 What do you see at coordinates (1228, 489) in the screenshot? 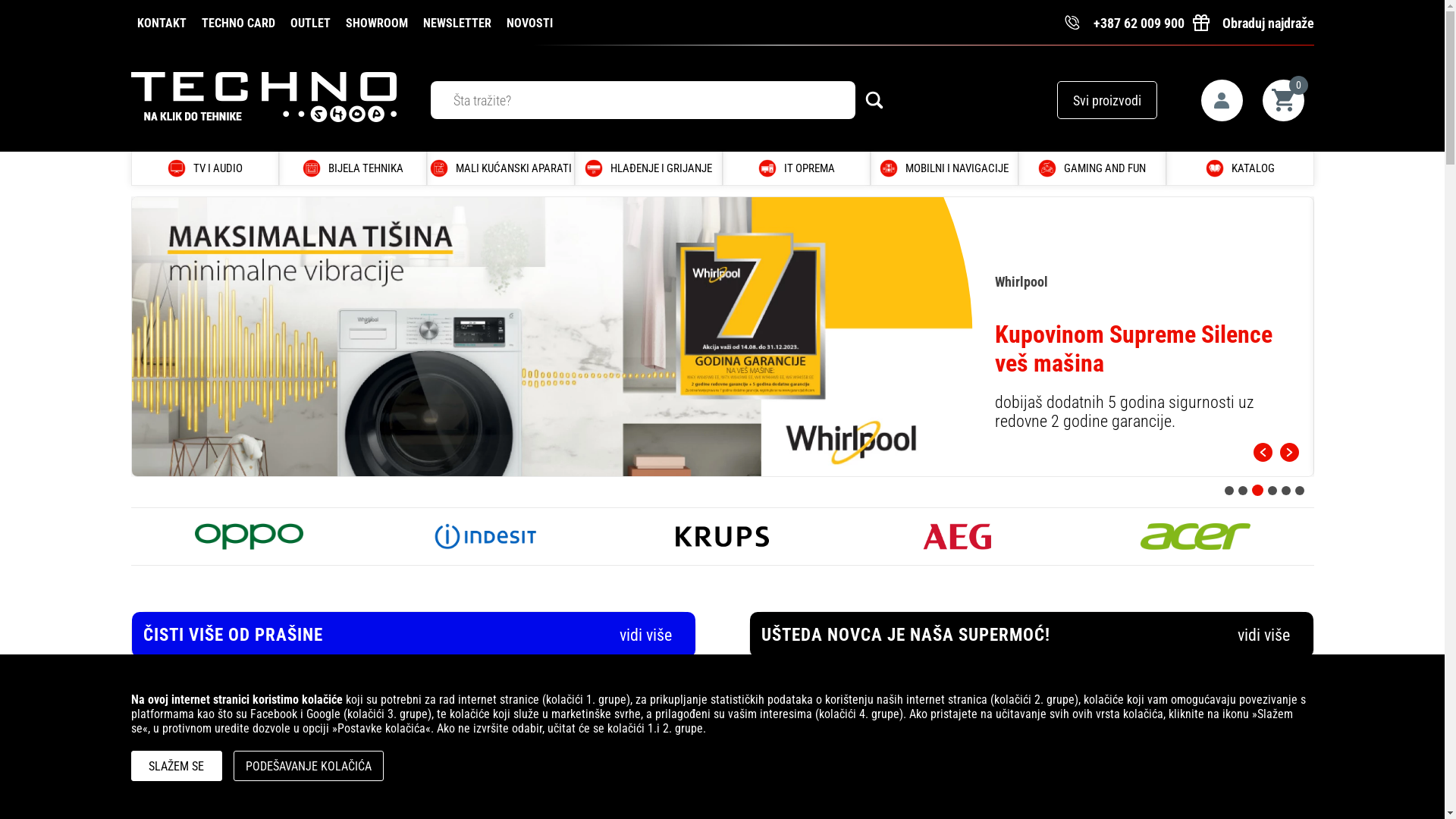
I see `'1'` at bounding box center [1228, 489].